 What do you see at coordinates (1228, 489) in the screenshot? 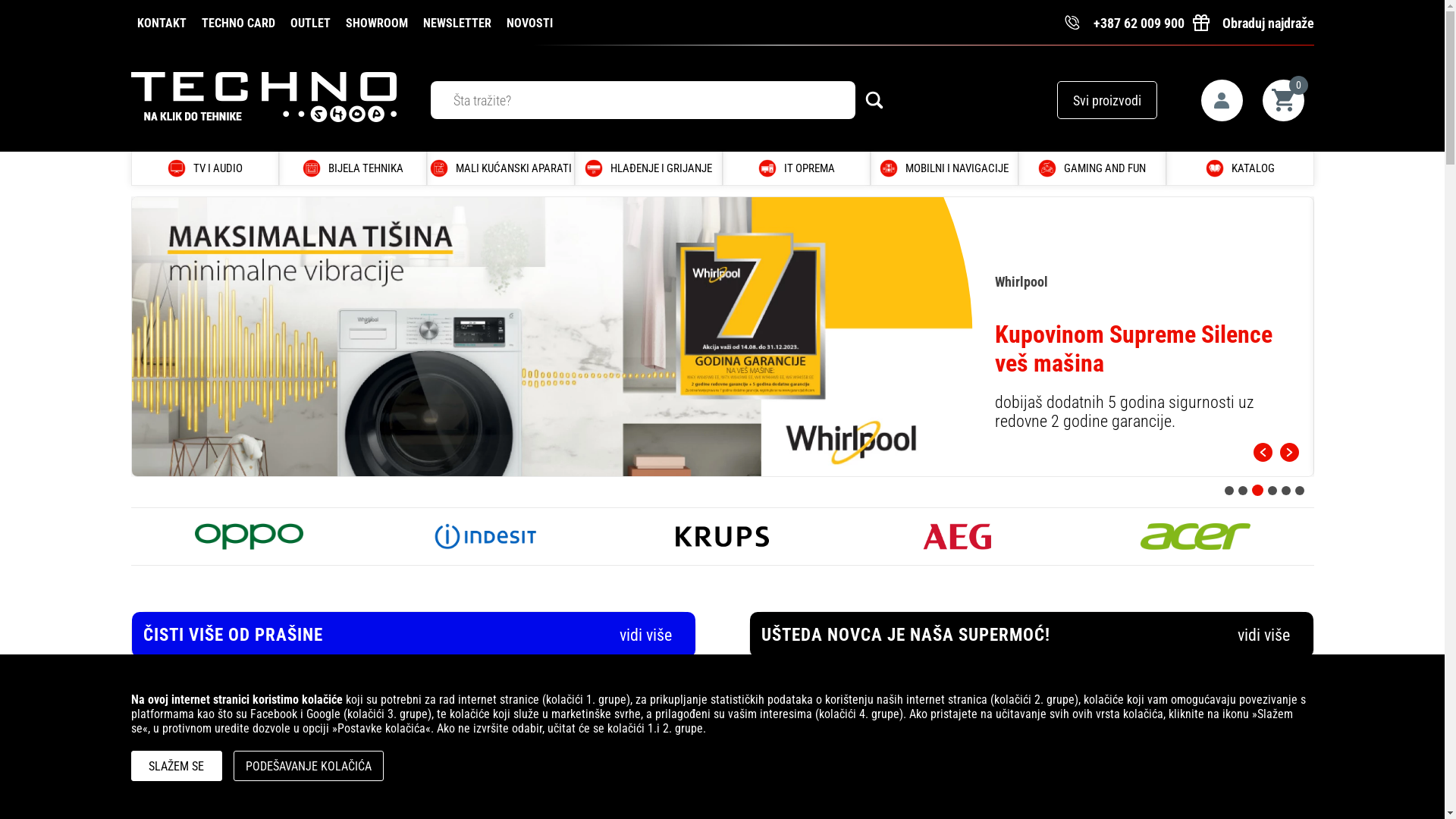
I see `'1'` at bounding box center [1228, 489].